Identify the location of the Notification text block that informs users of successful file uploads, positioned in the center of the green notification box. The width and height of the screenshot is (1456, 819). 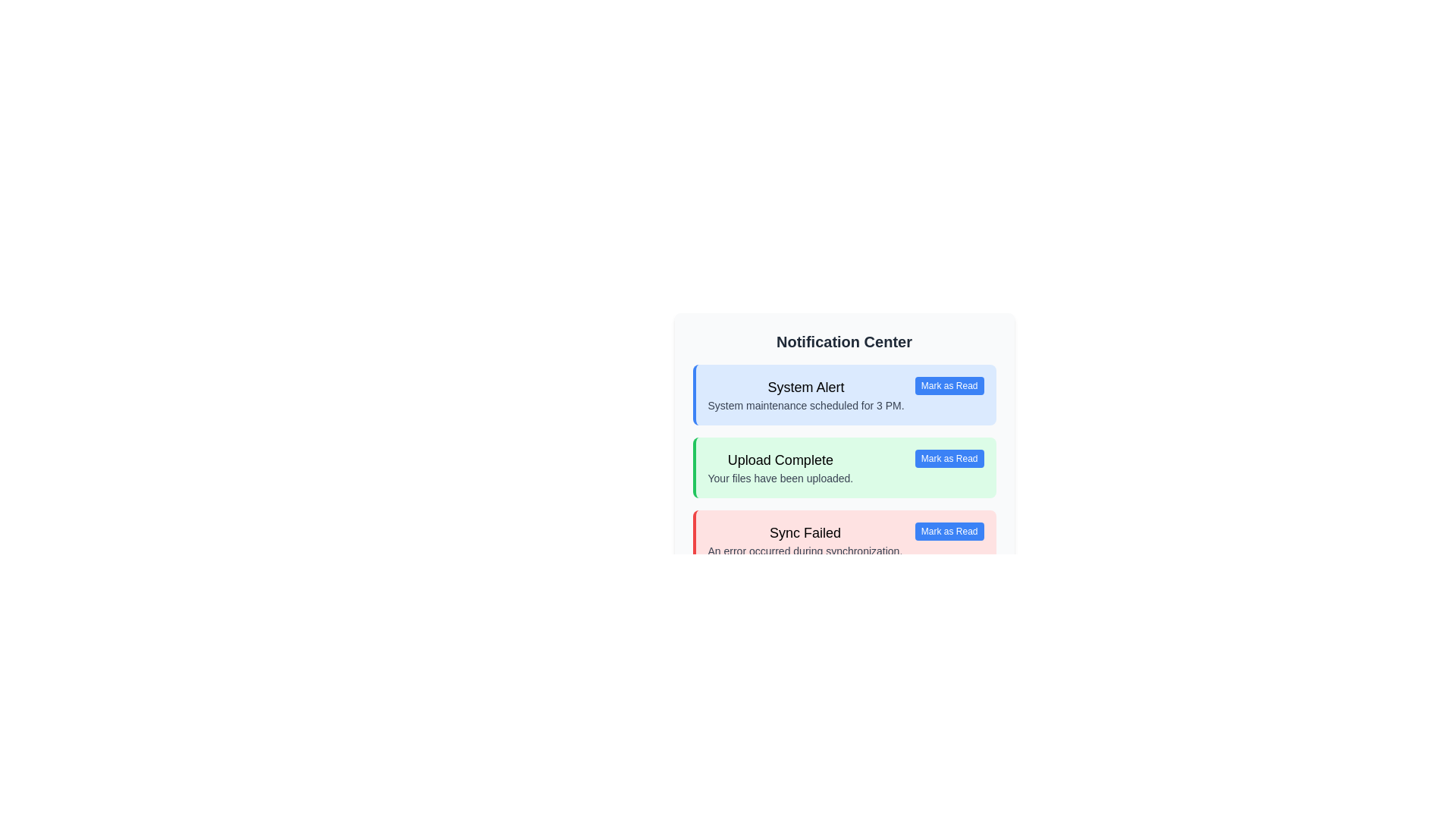
(780, 467).